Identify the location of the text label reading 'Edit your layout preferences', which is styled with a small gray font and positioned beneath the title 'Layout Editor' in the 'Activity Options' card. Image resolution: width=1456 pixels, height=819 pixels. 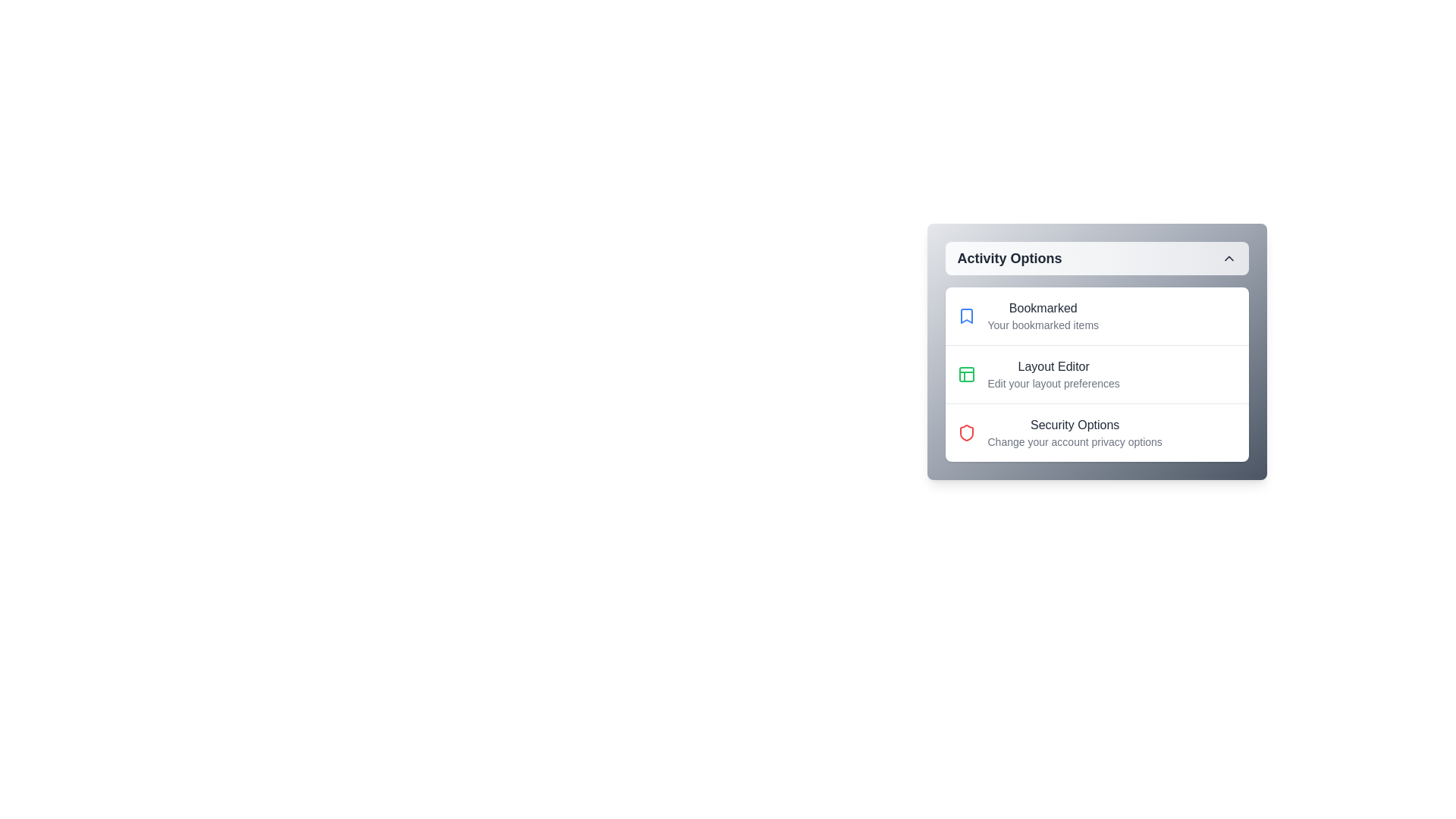
(1053, 382).